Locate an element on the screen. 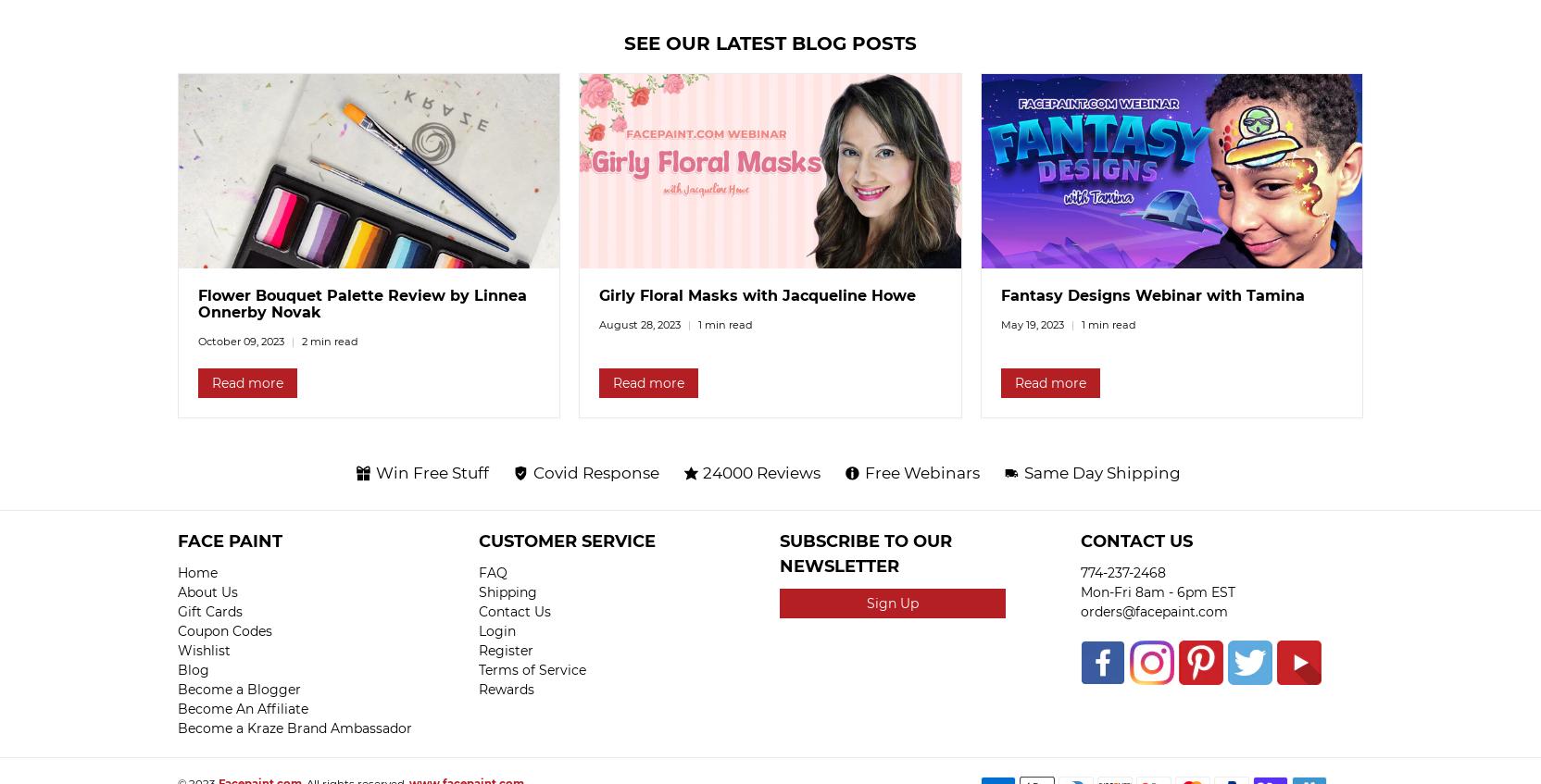  'Free Webinars' is located at coordinates (921, 470).